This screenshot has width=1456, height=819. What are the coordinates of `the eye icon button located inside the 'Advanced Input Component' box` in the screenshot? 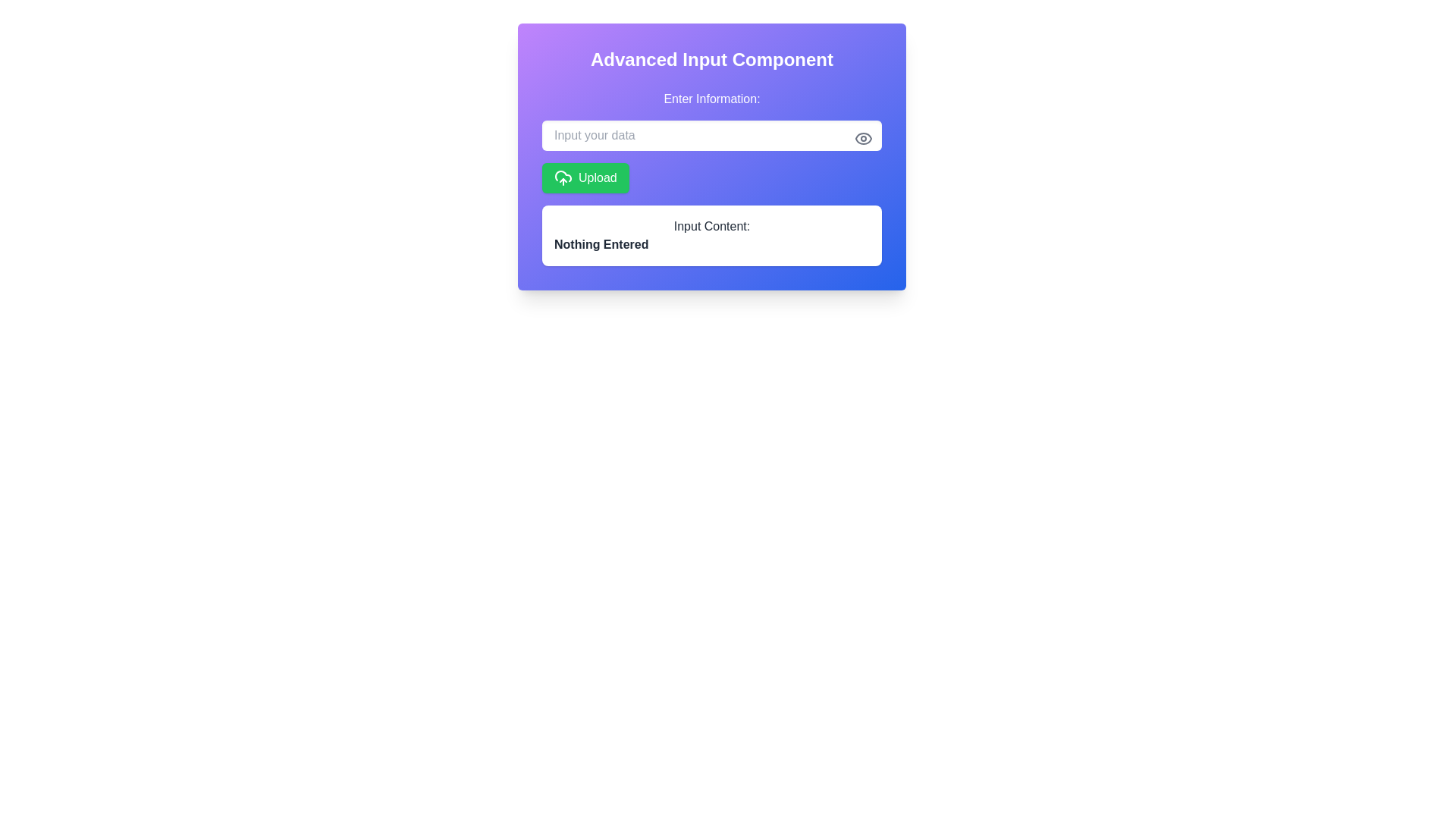 It's located at (863, 138).